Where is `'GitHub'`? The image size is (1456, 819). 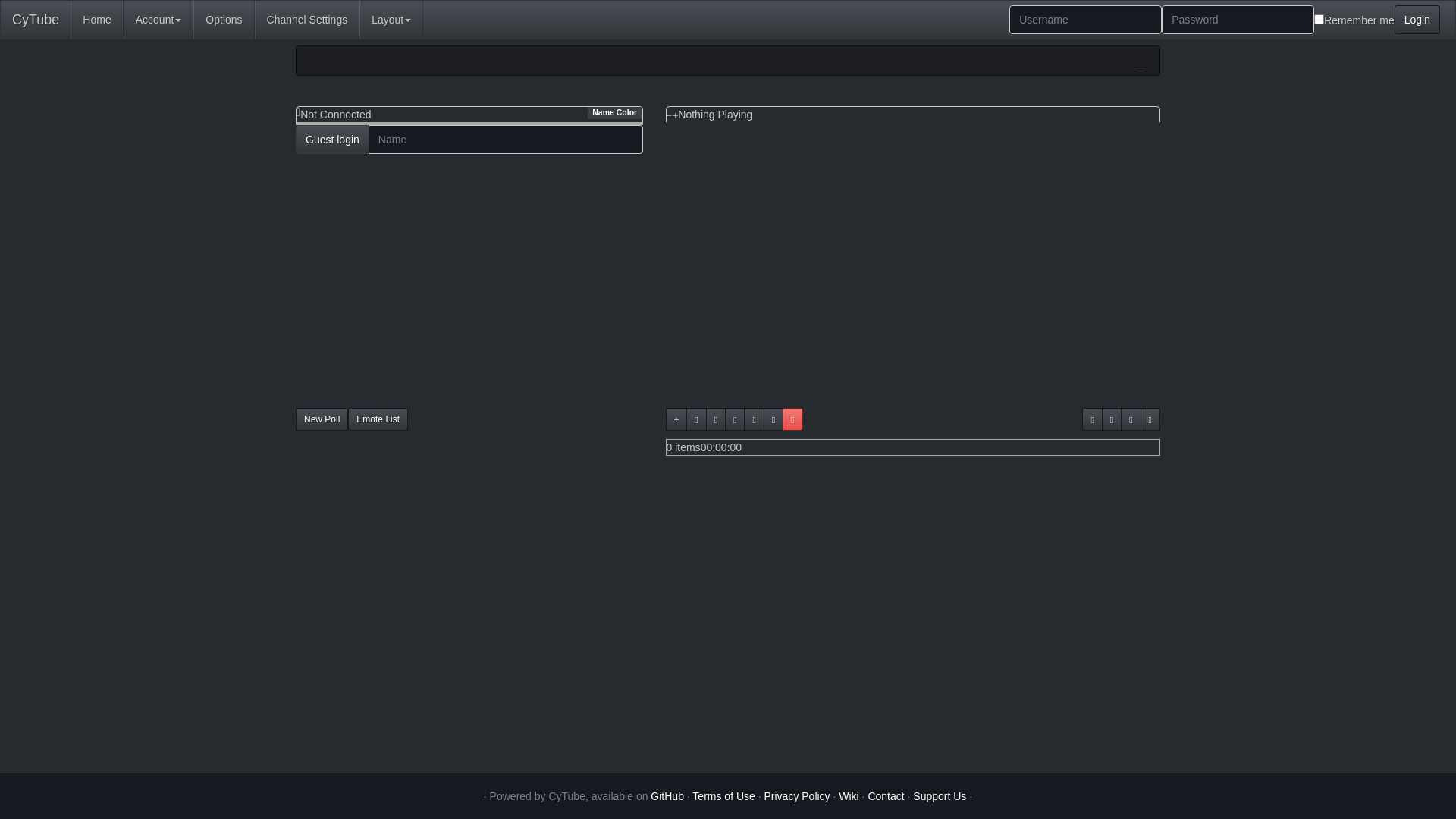 'GitHub' is located at coordinates (651, 795).